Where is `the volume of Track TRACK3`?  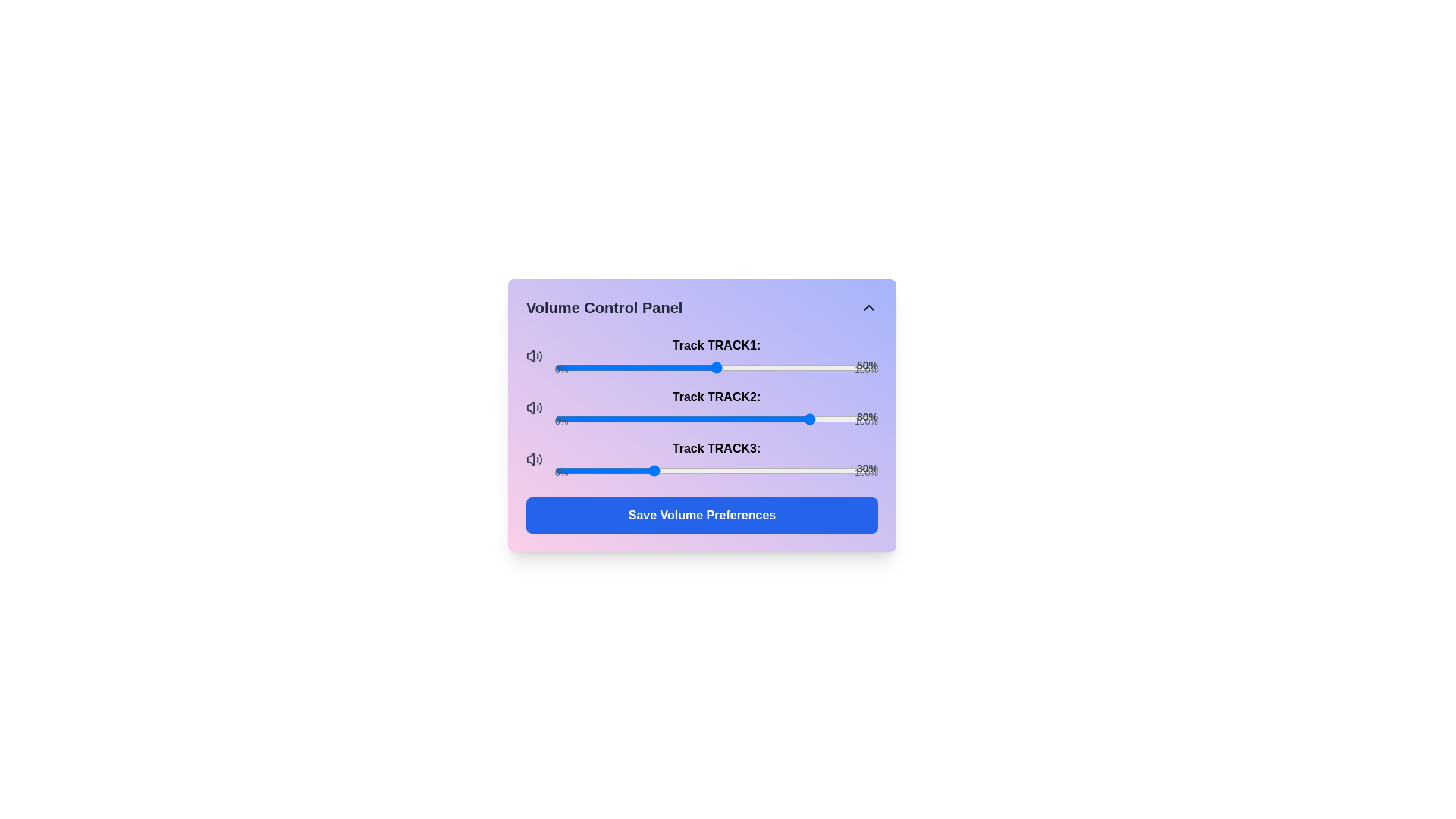 the volume of Track TRACK3 is located at coordinates (599, 470).